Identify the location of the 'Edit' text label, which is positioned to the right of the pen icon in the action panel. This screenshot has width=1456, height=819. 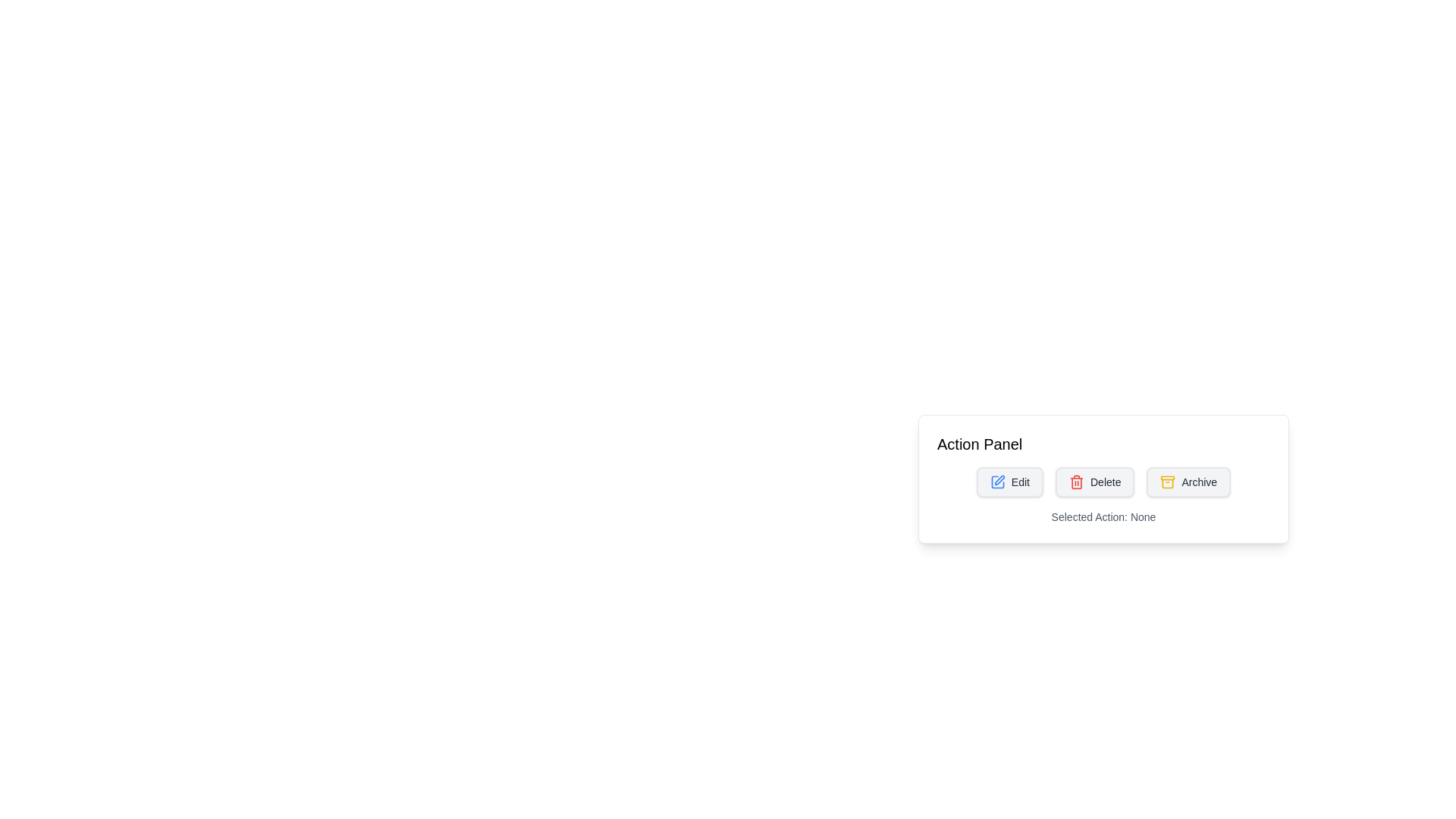
(1020, 482).